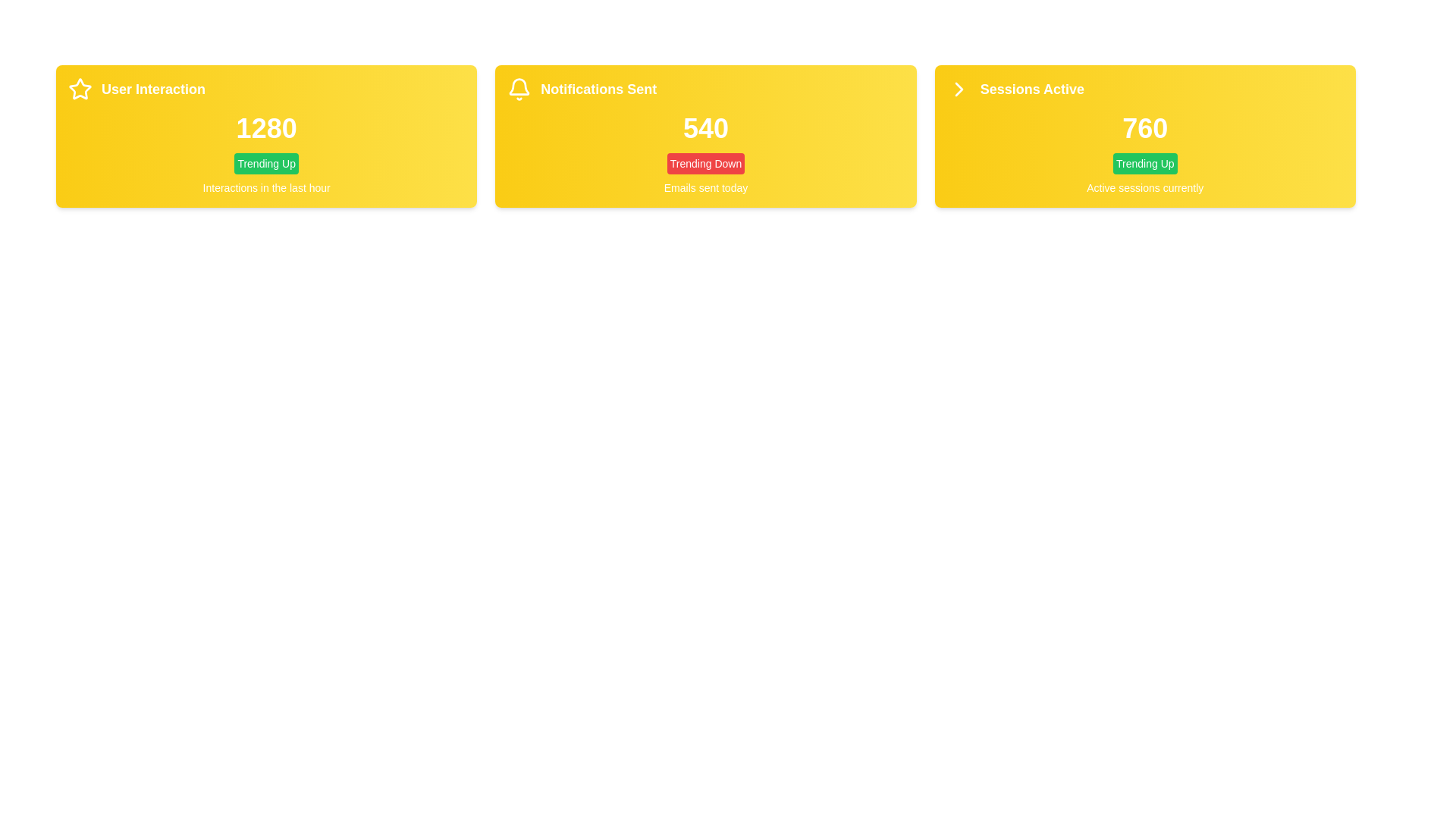  Describe the element at coordinates (1031, 89) in the screenshot. I see `the label indicating active sessions, which is horizontally centered within the rightmost card, positioned to the right of an arrow icon in the card's header` at that location.